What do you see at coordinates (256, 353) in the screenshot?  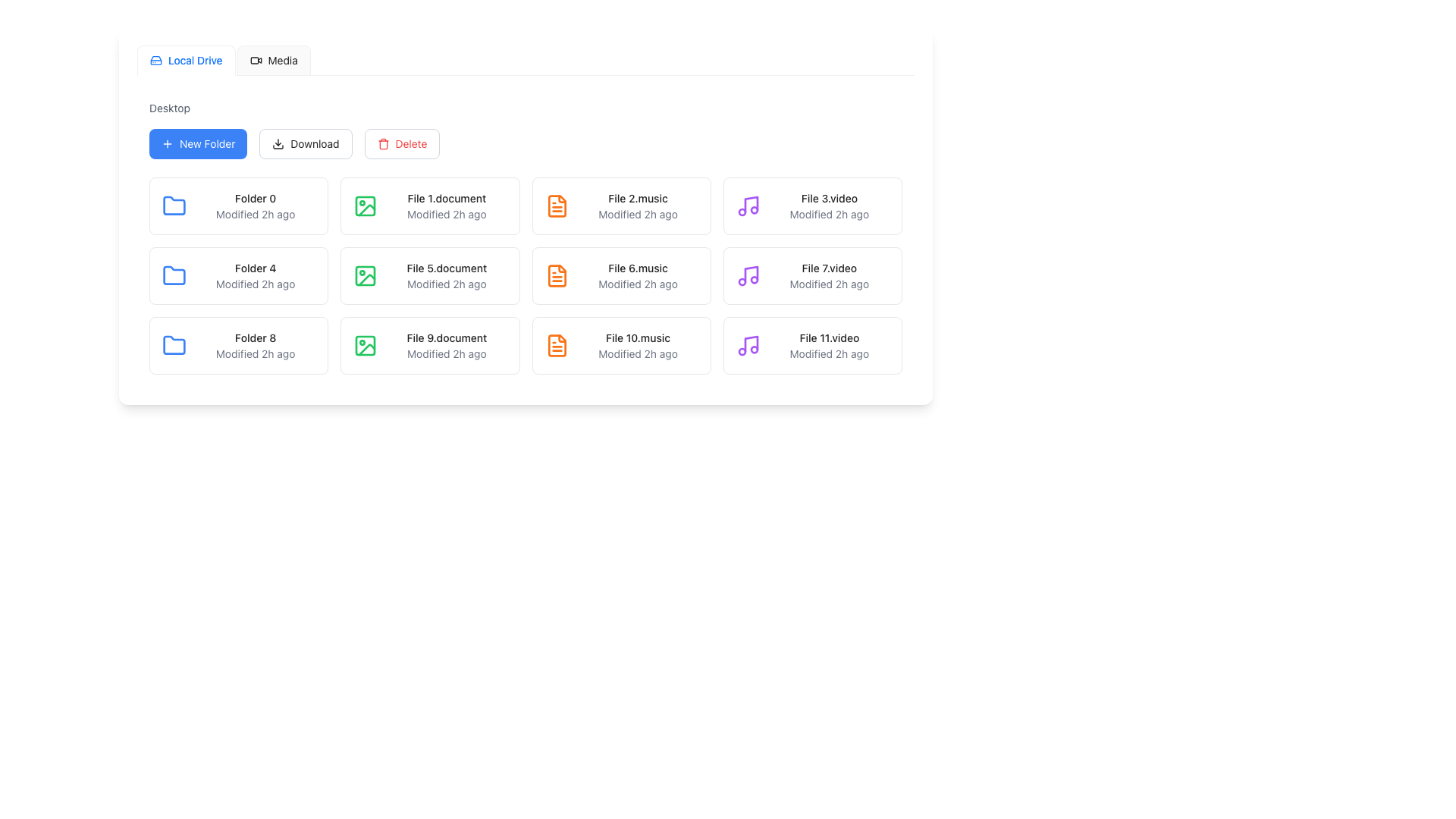 I see `the text label that reads 'Modified 2h ago', which is styled in a smaller gray font and positioned directly below the 'Folder 8' label in the third item of the leftmost column` at bounding box center [256, 353].